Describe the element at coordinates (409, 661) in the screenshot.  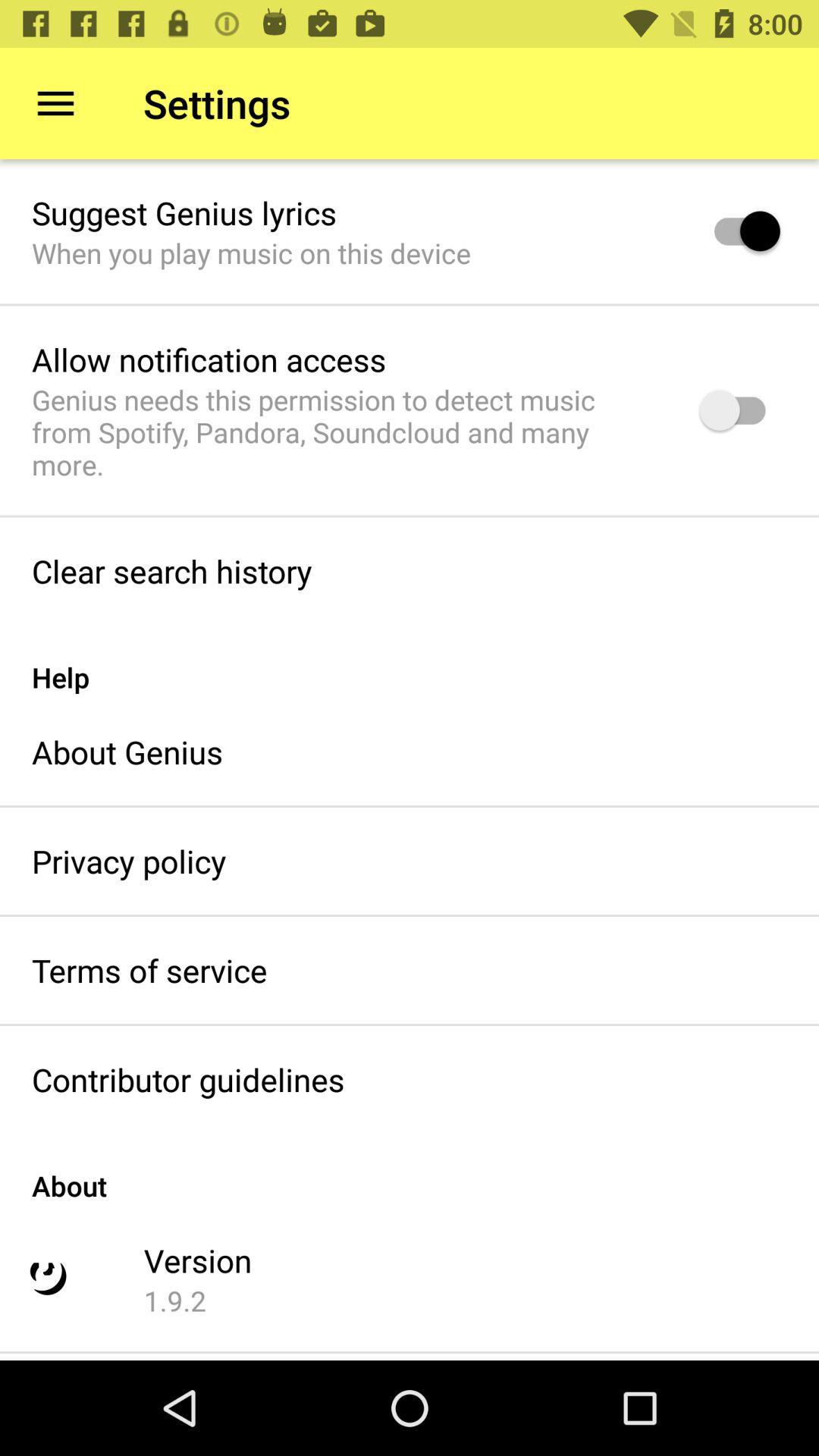
I see `help` at that location.